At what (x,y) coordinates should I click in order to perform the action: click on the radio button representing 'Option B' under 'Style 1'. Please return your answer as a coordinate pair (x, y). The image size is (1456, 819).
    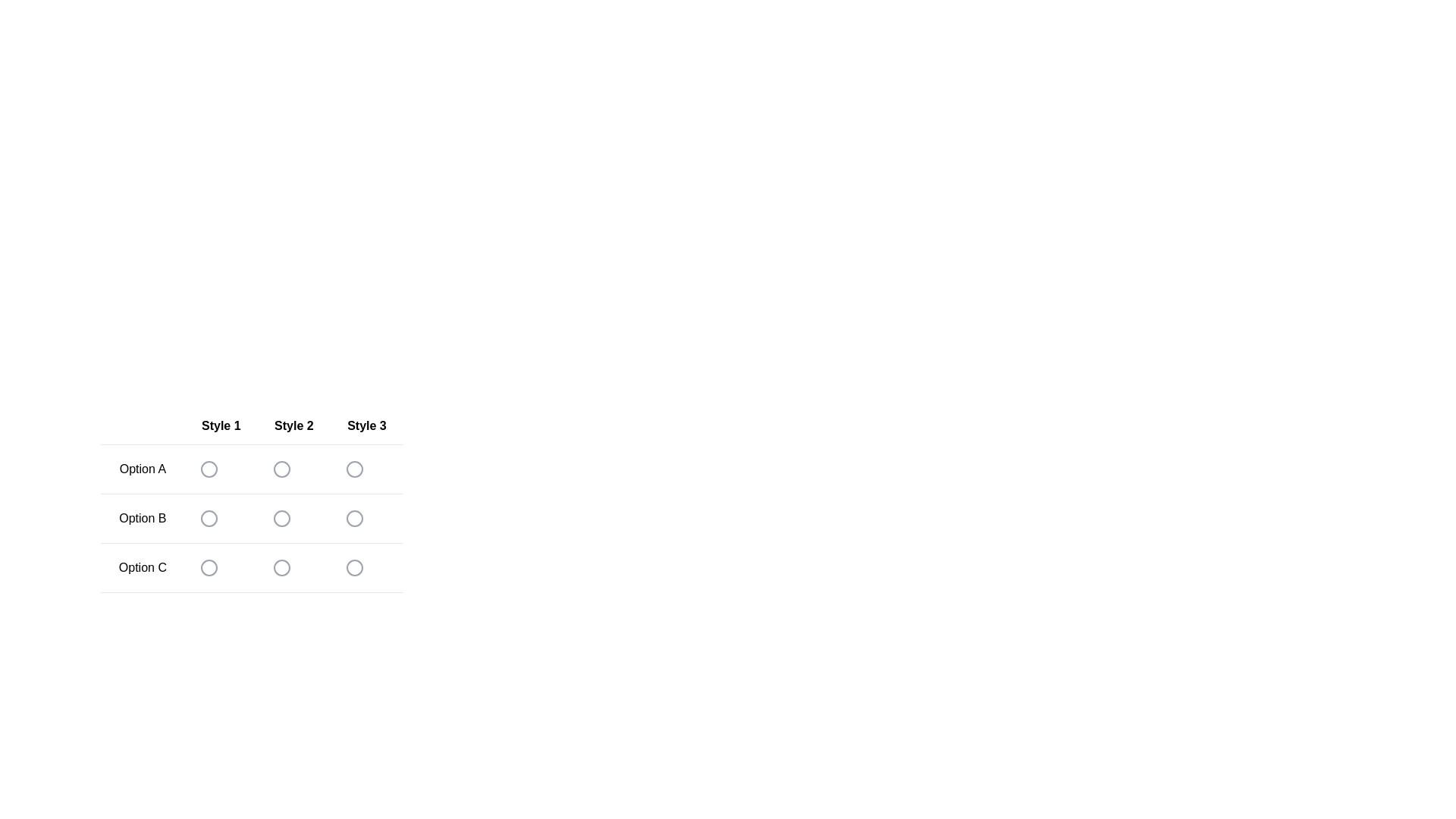
    Looking at the image, I should click on (220, 517).